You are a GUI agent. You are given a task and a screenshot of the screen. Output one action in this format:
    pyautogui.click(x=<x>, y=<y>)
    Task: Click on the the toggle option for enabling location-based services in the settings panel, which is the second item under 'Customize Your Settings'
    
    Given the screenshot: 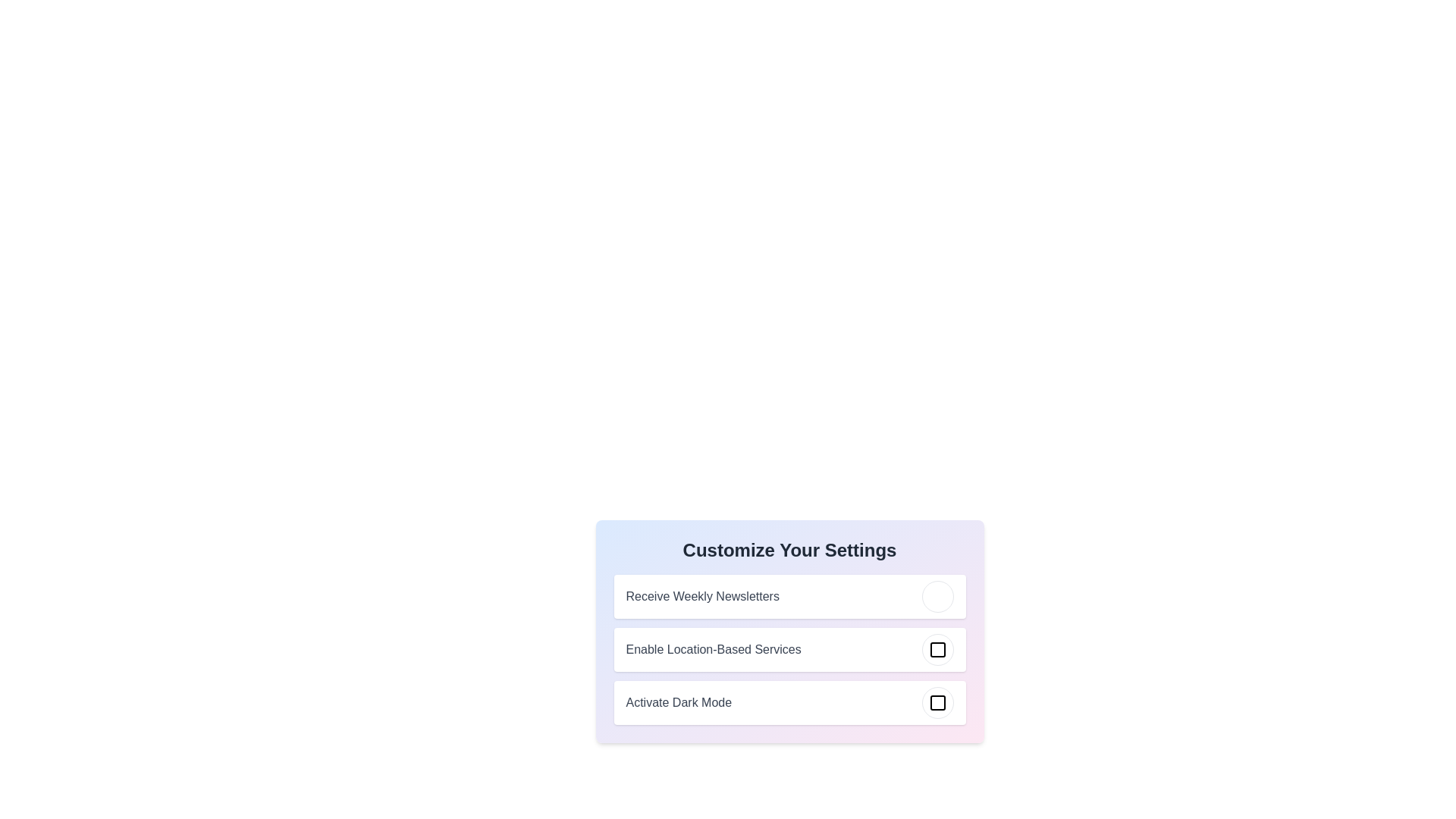 What is the action you would take?
    pyautogui.click(x=789, y=632)
    